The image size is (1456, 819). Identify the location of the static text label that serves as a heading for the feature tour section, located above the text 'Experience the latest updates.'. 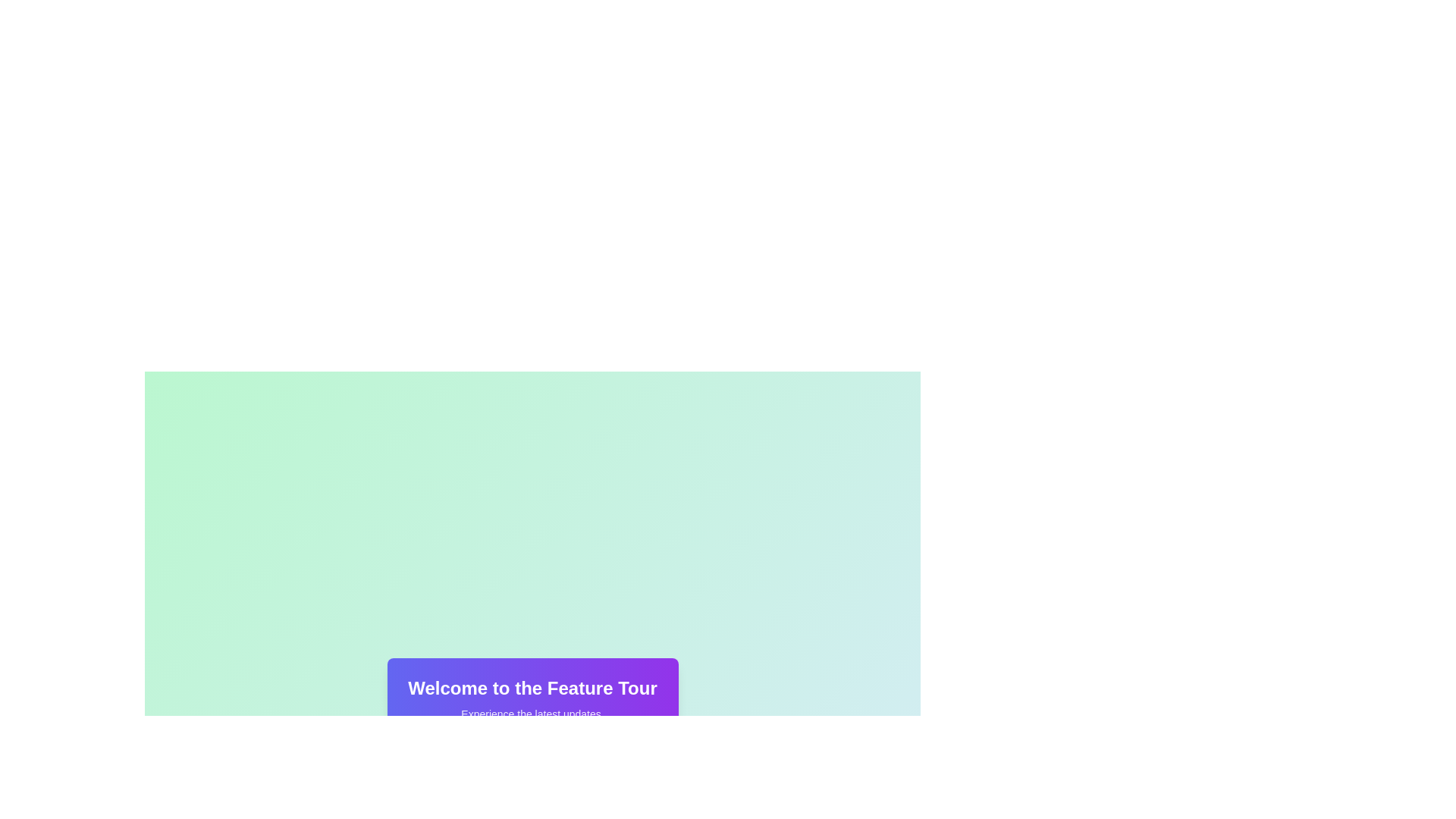
(532, 688).